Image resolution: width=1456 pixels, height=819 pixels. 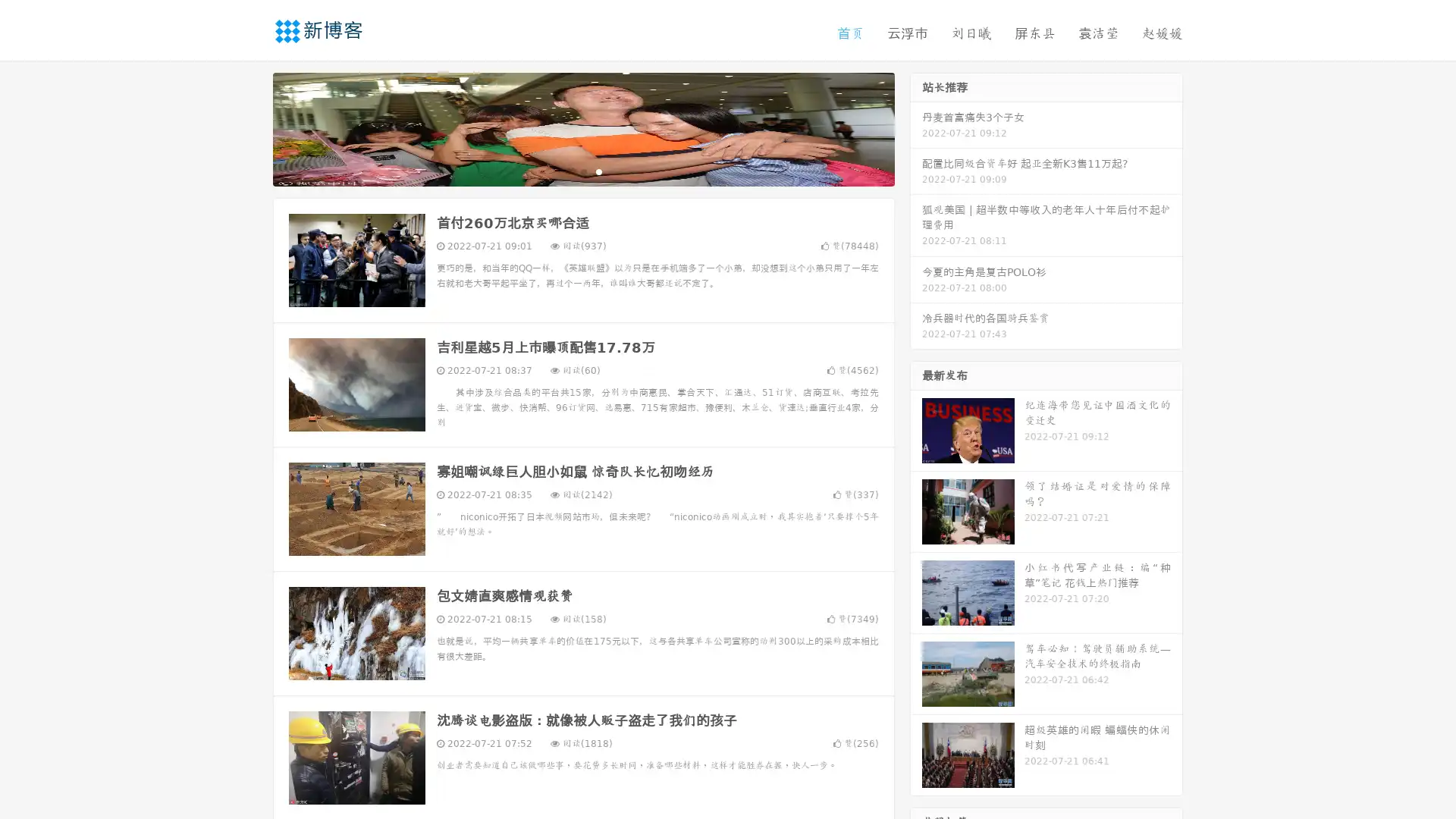 I want to click on Next slide, so click(x=916, y=127).